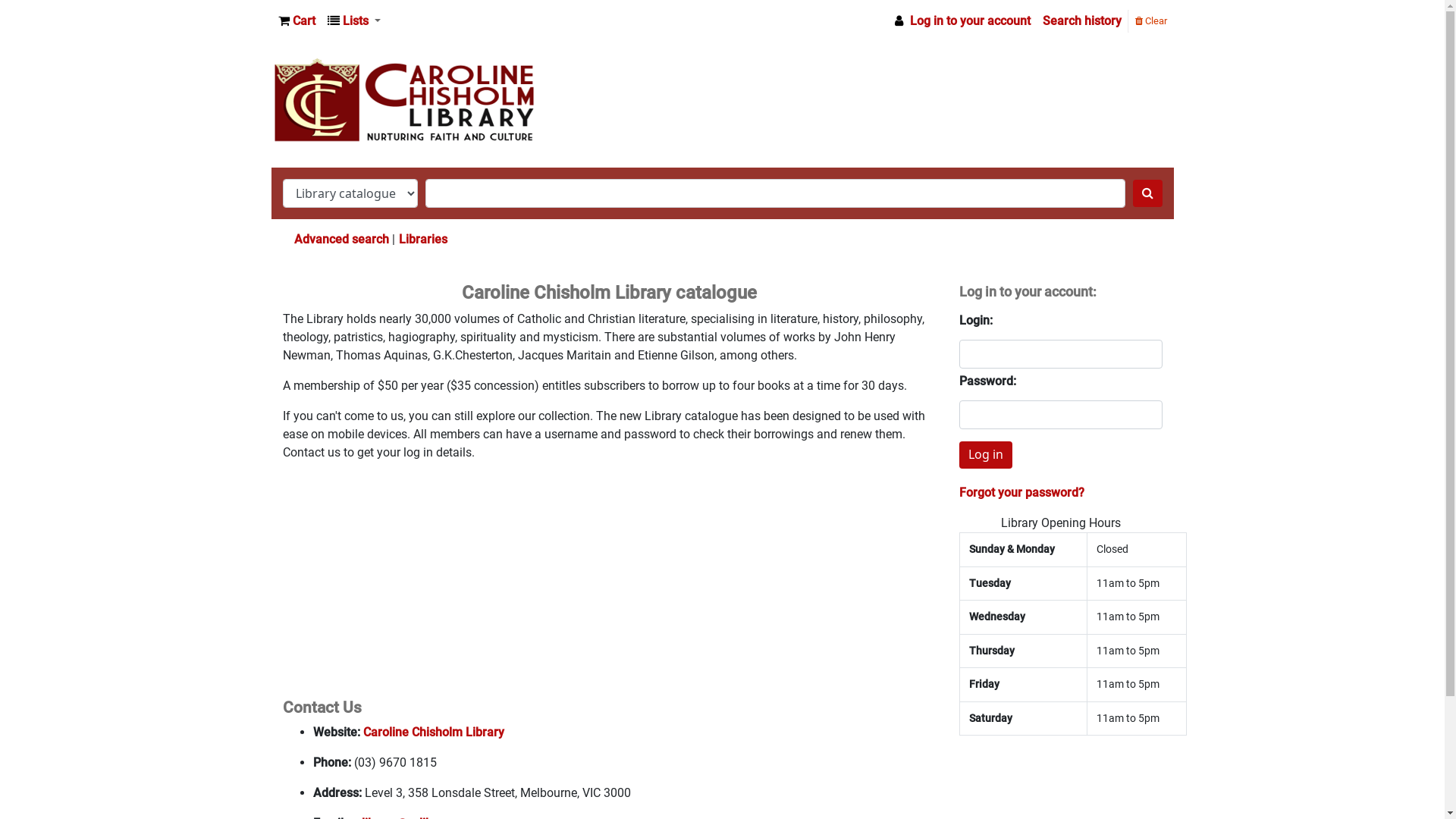  What do you see at coordinates (422, 239) in the screenshot?
I see `'Libraries'` at bounding box center [422, 239].